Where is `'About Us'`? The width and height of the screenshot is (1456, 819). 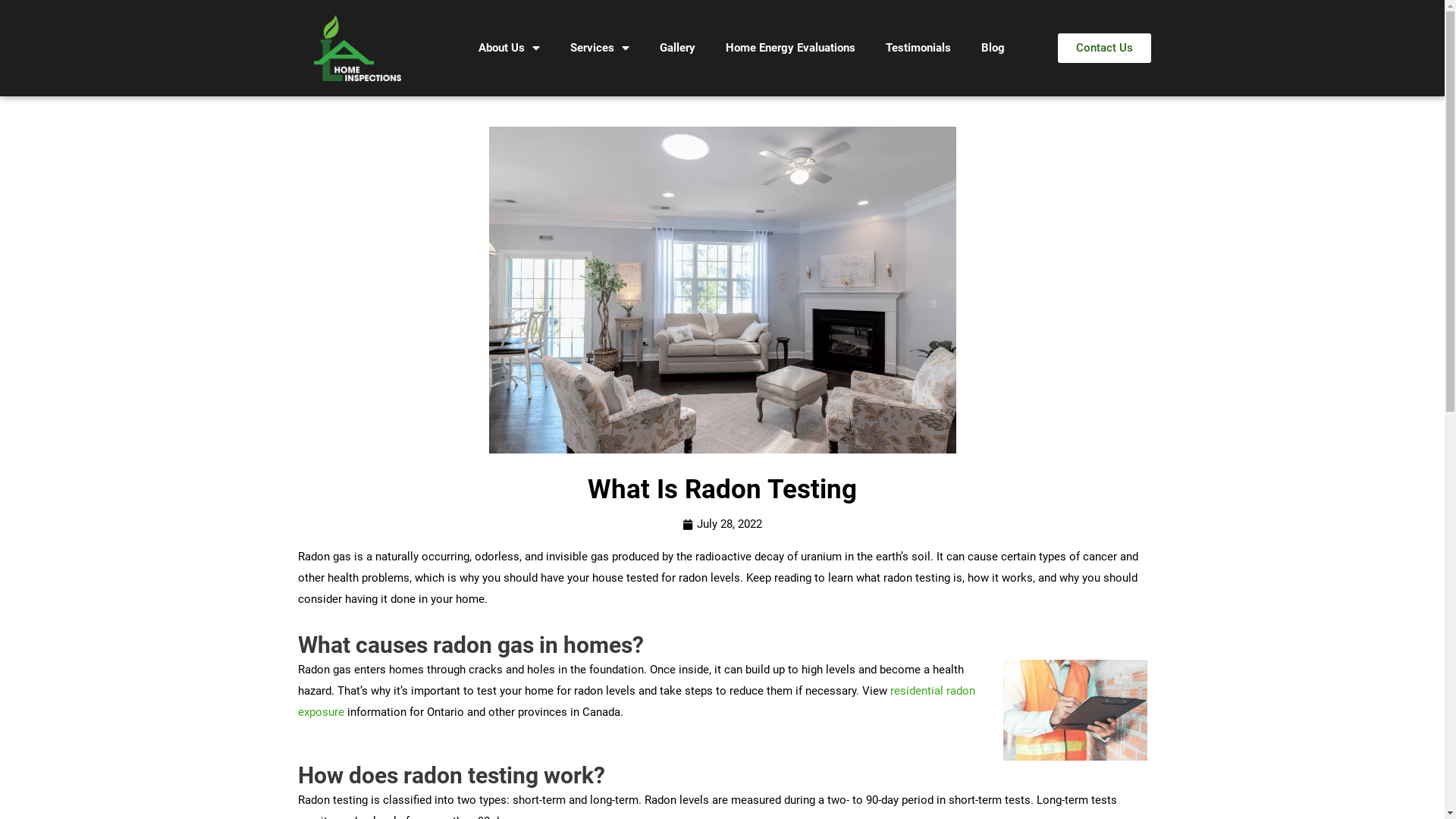 'About Us' is located at coordinates (509, 47).